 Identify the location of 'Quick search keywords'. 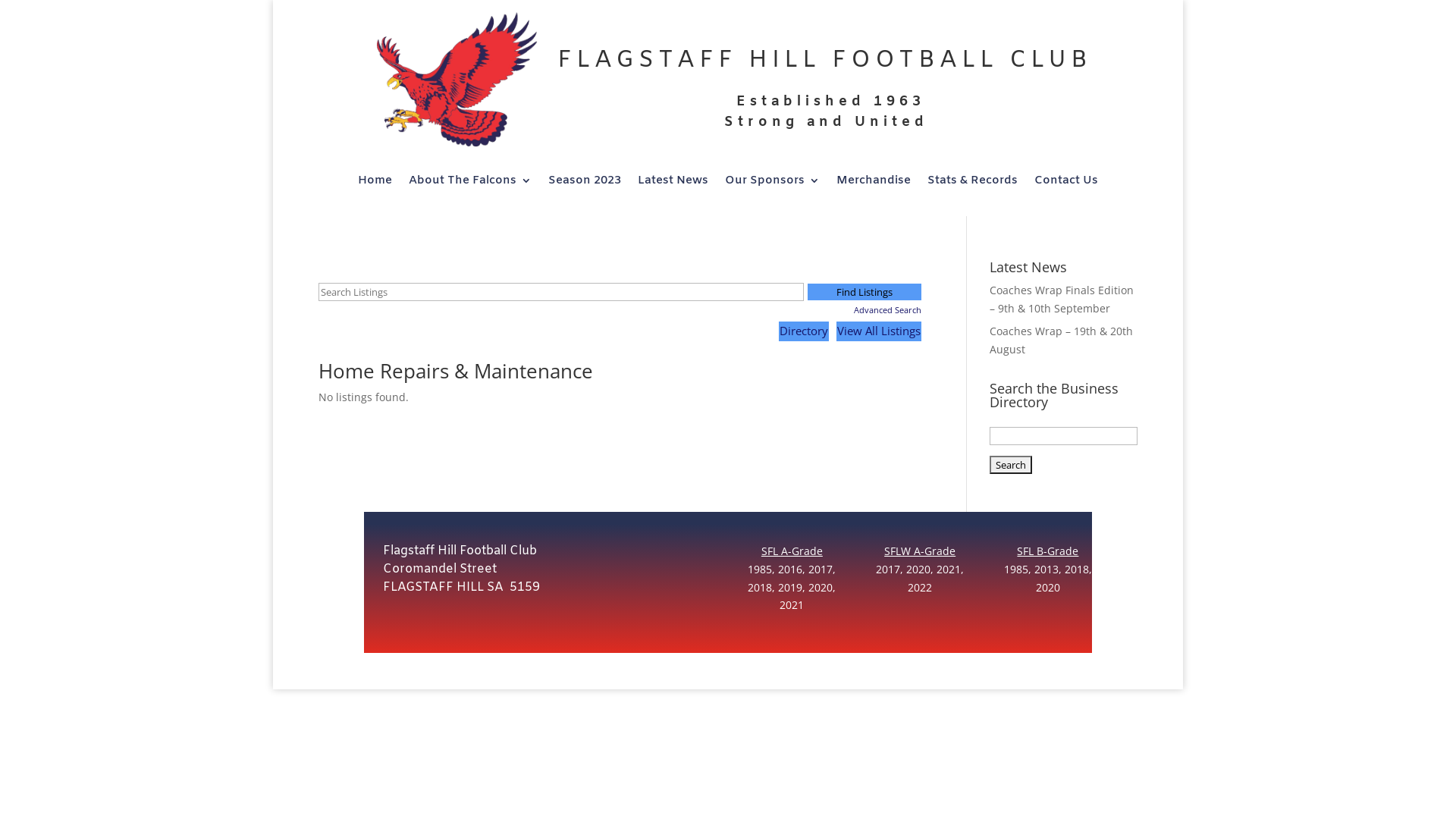
(318, 292).